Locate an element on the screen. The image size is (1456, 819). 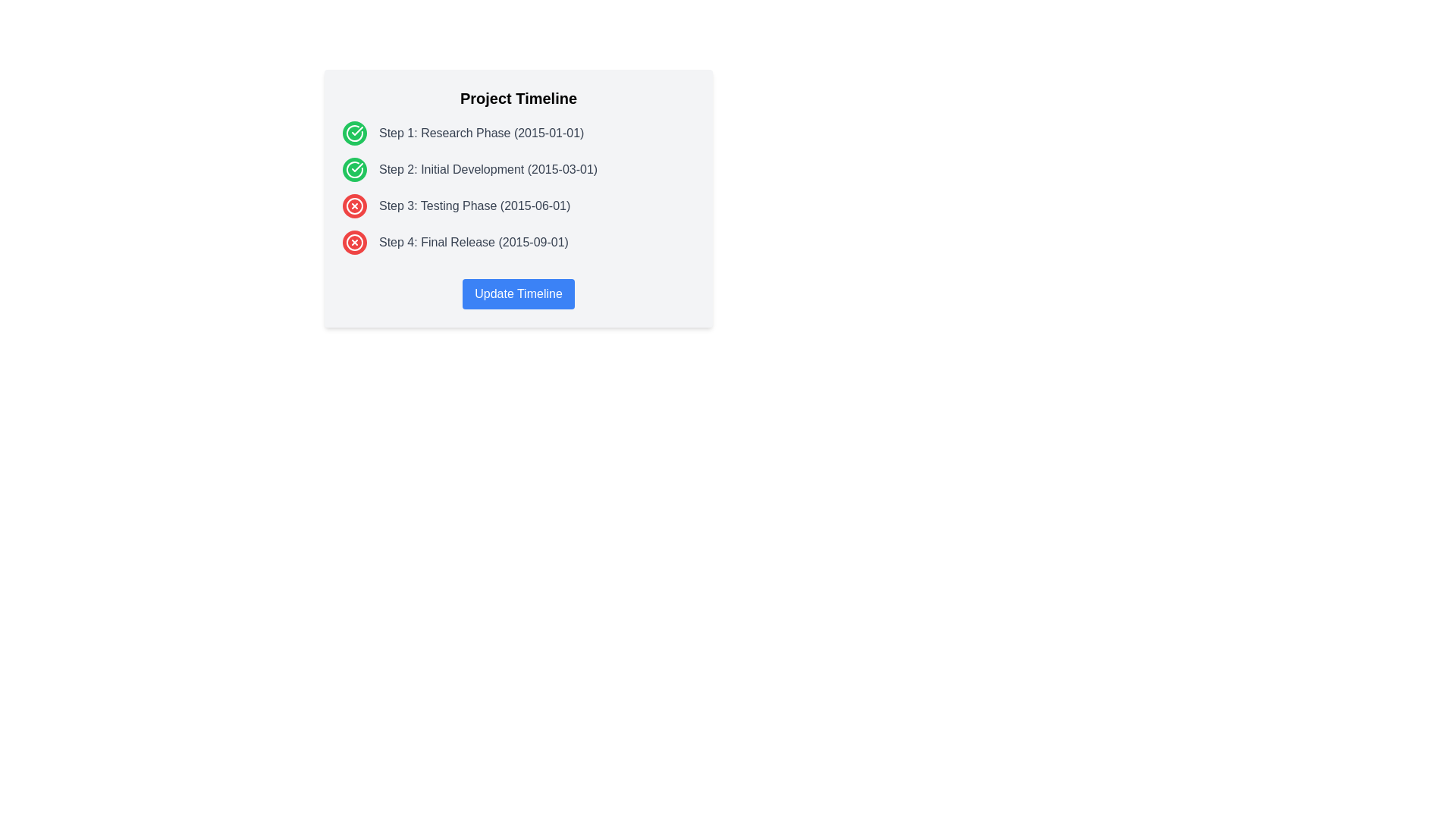
the status indicator icon element is located at coordinates (353, 133).